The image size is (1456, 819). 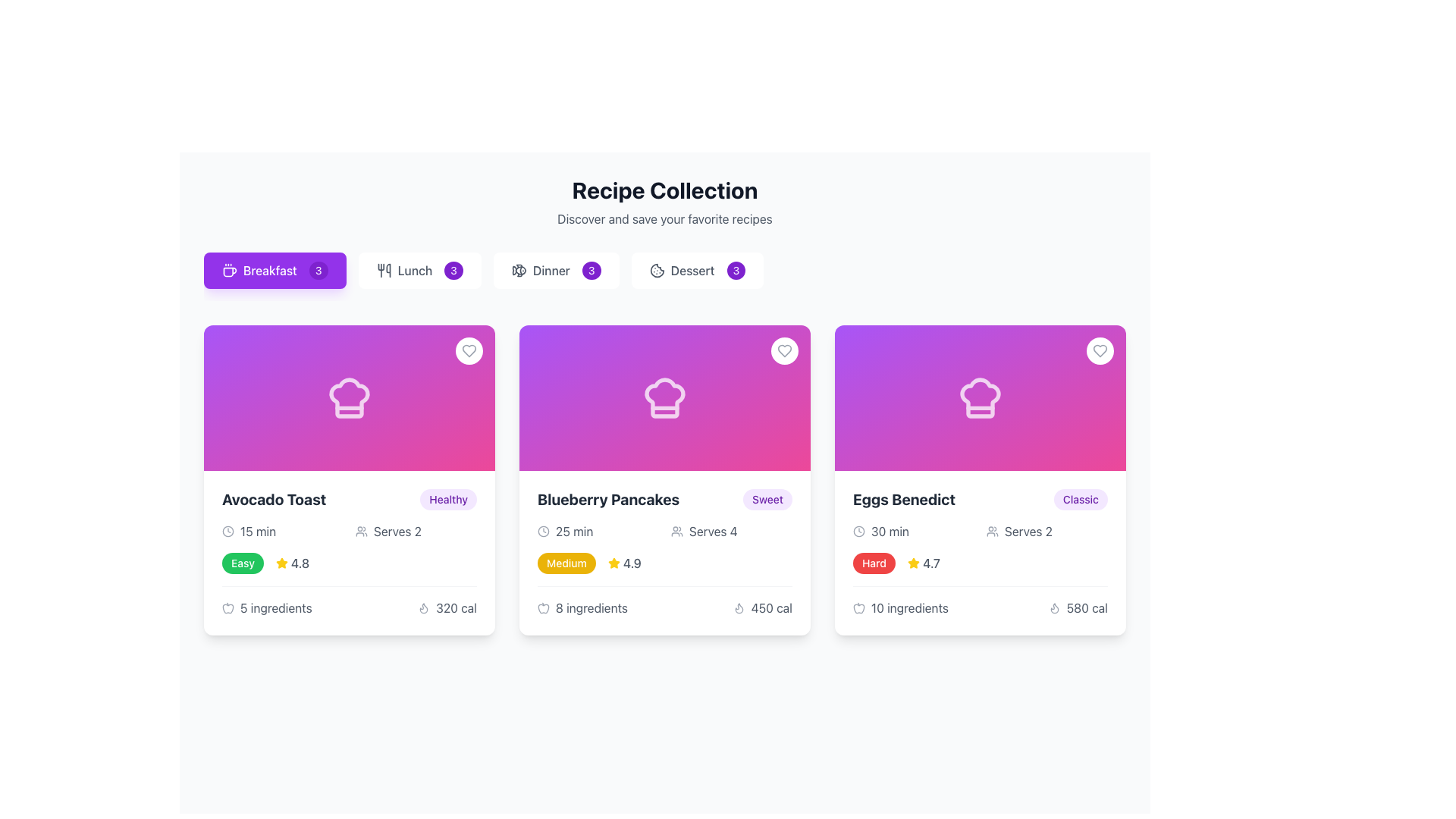 What do you see at coordinates (785, 350) in the screenshot?
I see `the heart-shaped SVG icon in the 'Blueberry Pancakes' recipe card to favorite the item` at bounding box center [785, 350].